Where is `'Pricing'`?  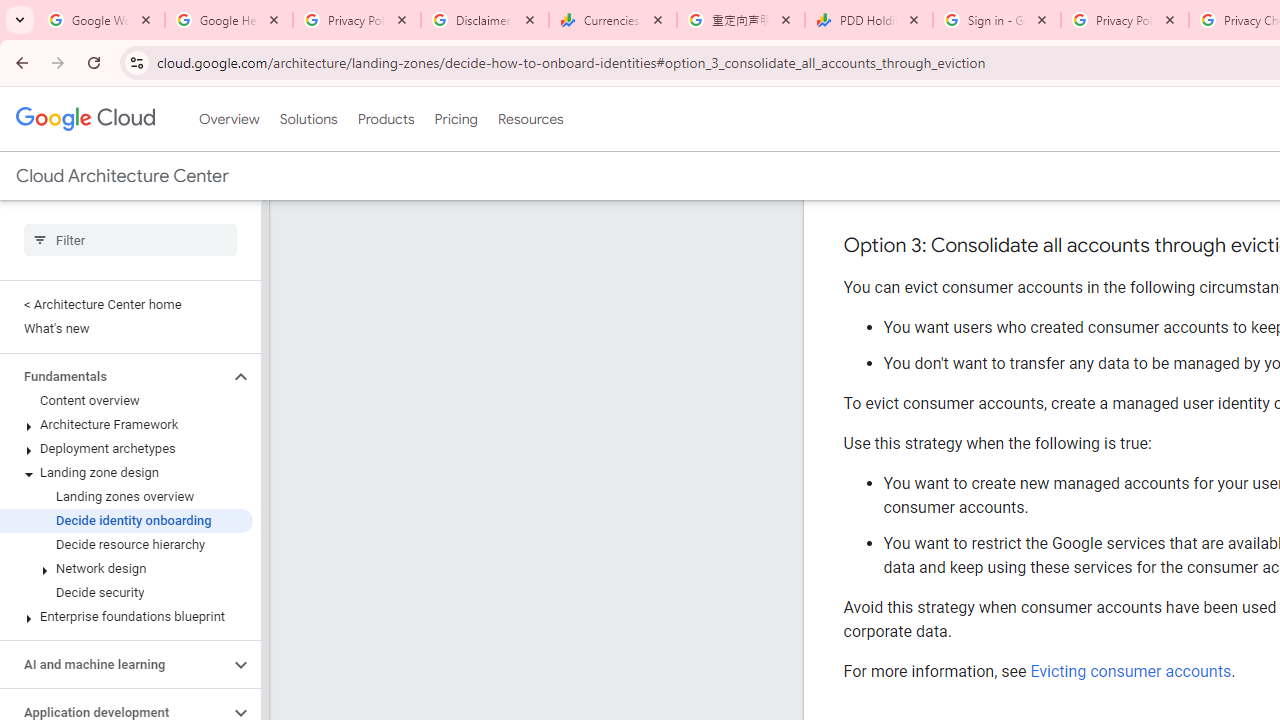 'Pricing' is located at coordinates (454, 119).